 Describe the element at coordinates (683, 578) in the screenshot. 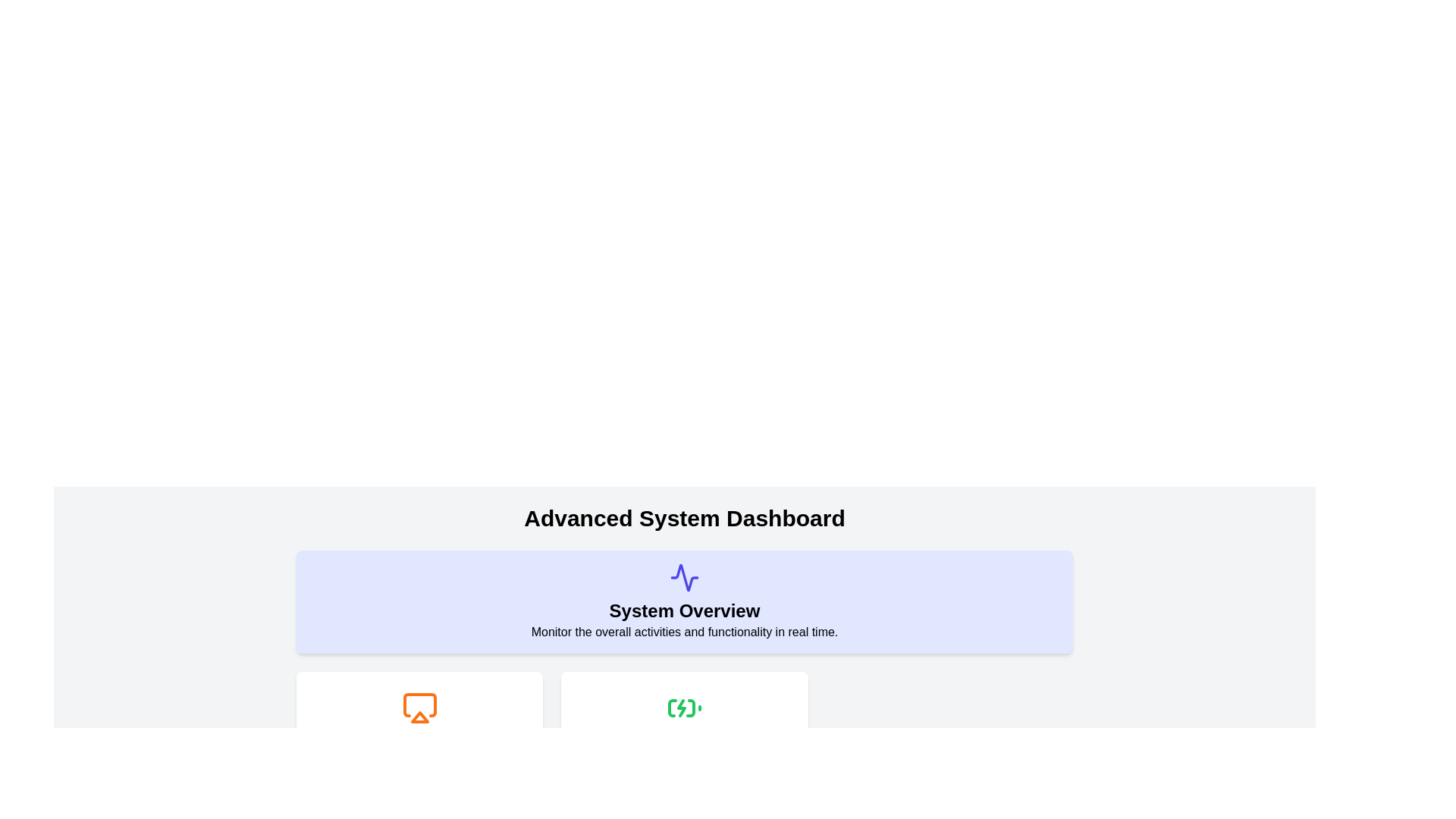

I see `the SVG graphical icon representing activity or signal monitoring located centrally within the light blue area at the top of the 'System Overview' section` at that location.